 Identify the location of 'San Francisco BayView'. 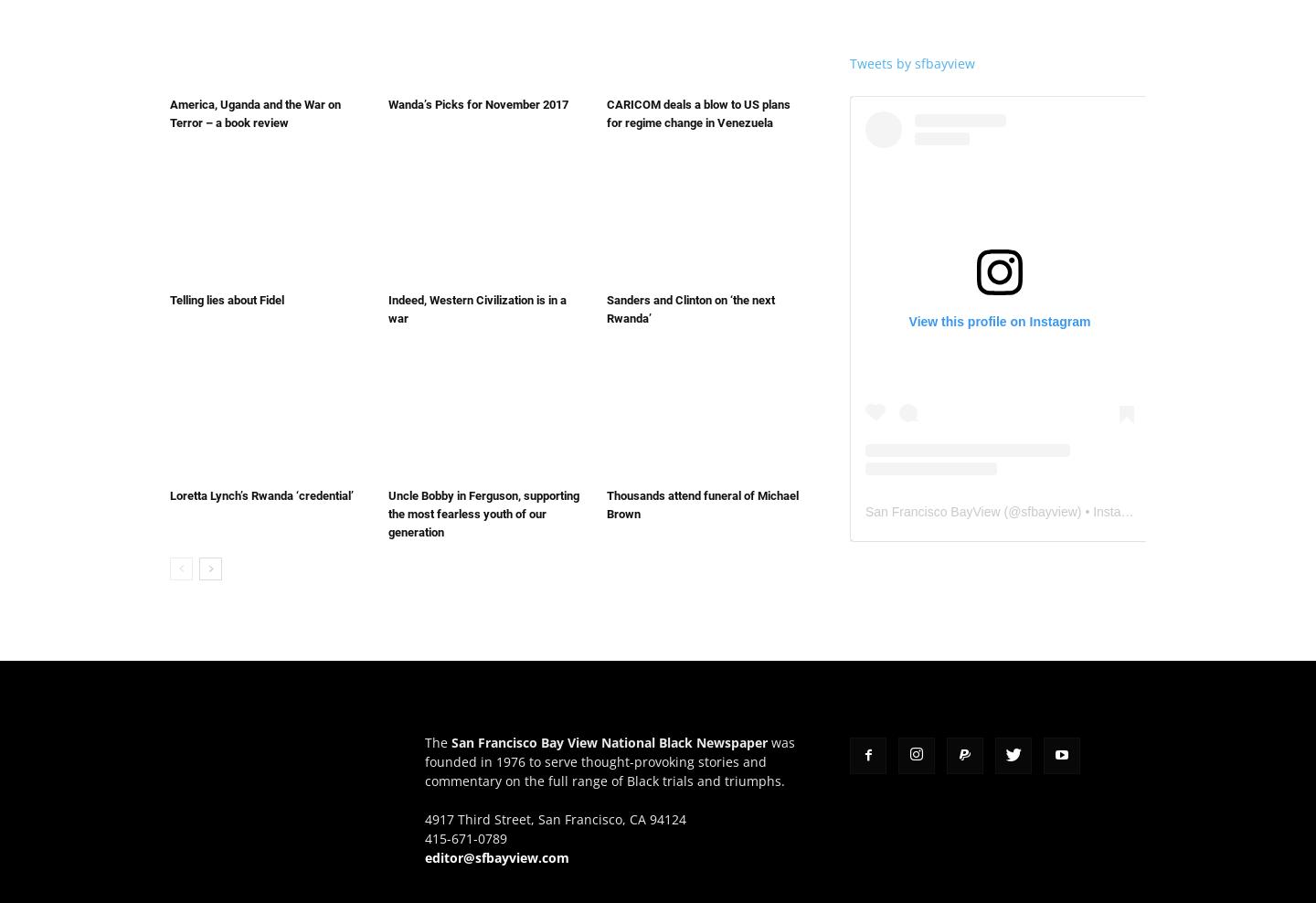
(931, 511).